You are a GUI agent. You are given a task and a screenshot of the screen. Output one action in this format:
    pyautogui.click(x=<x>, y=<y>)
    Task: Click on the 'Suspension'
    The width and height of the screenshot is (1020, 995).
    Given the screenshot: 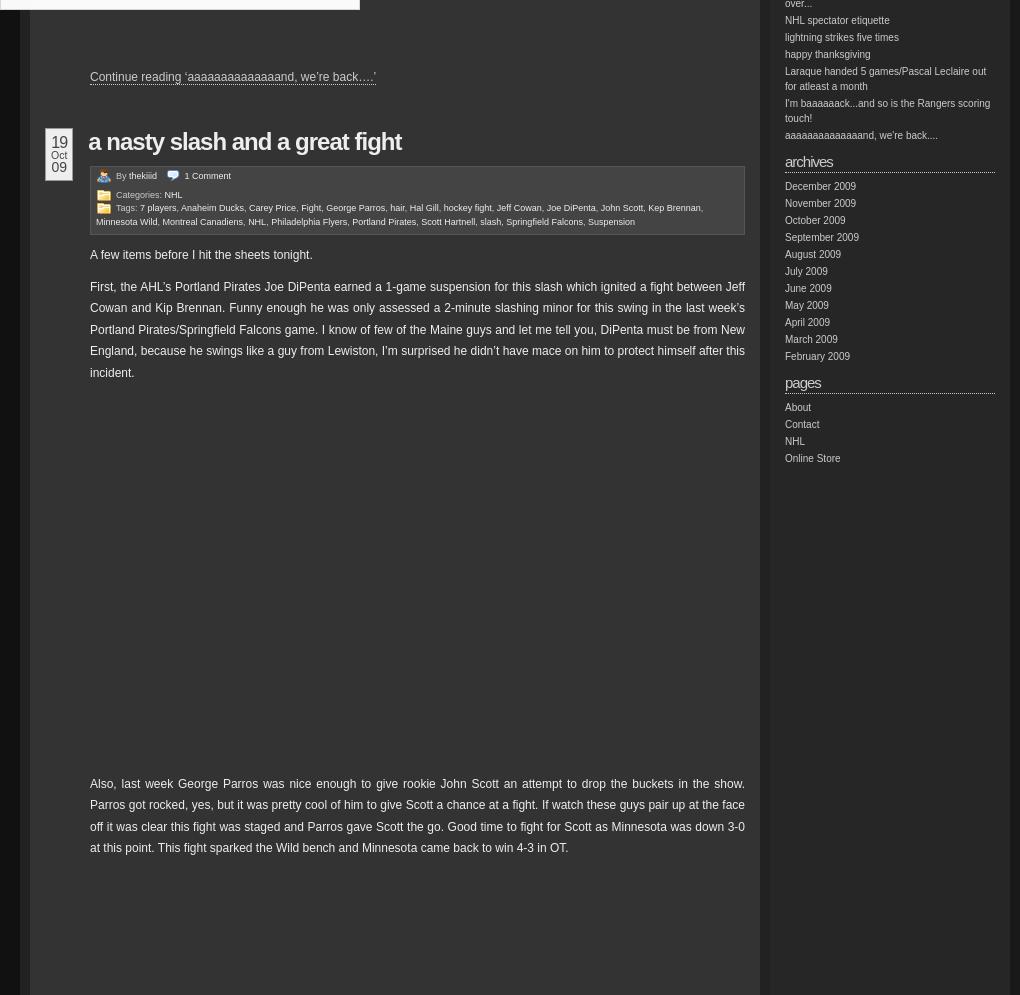 What is the action you would take?
    pyautogui.click(x=609, y=219)
    